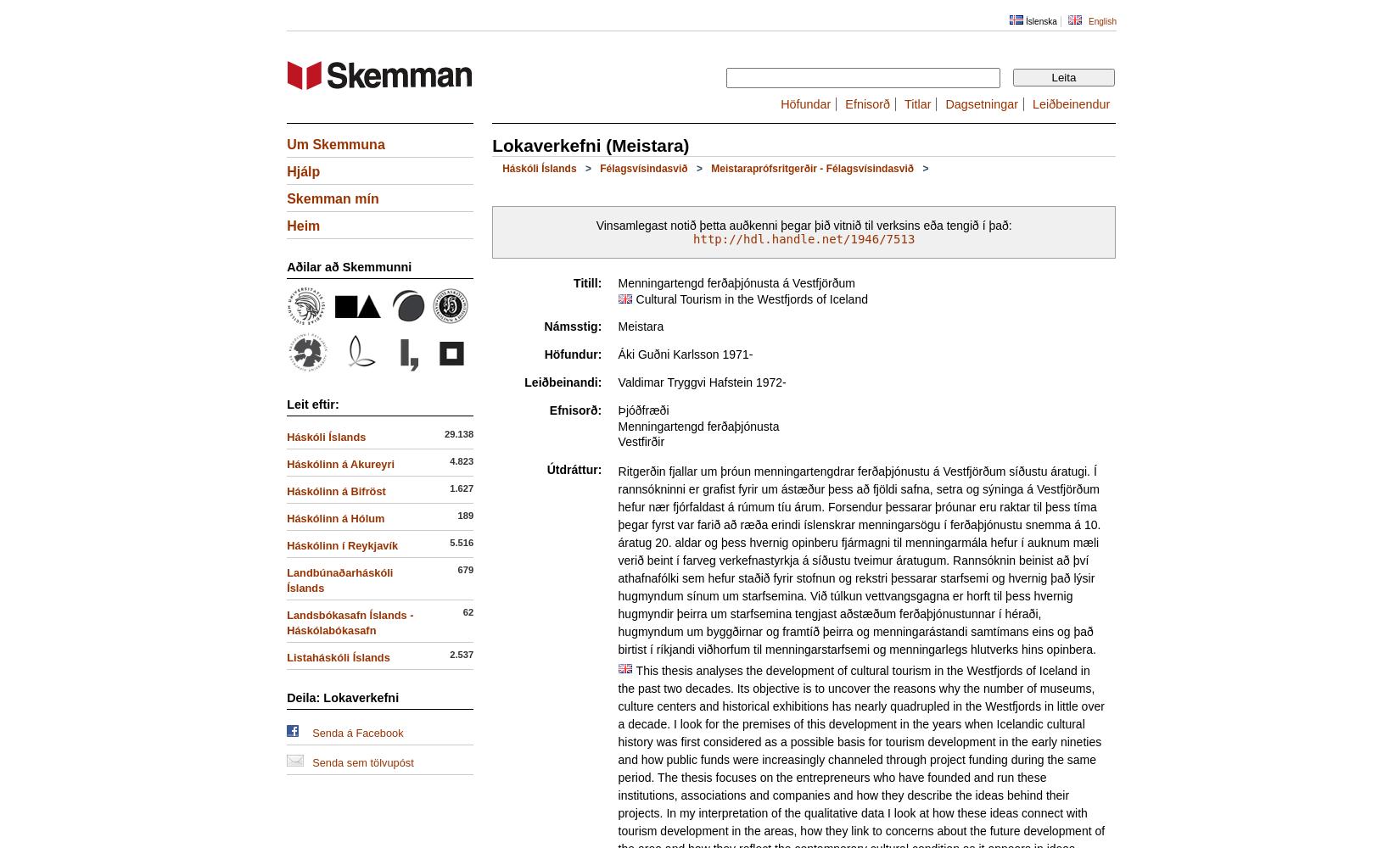 The image size is (1400, 848). What do you see at coordinates (563, 382) in the screenshot?
I see `'Leiðbeinandi:'` at bounding box center [563, 382].